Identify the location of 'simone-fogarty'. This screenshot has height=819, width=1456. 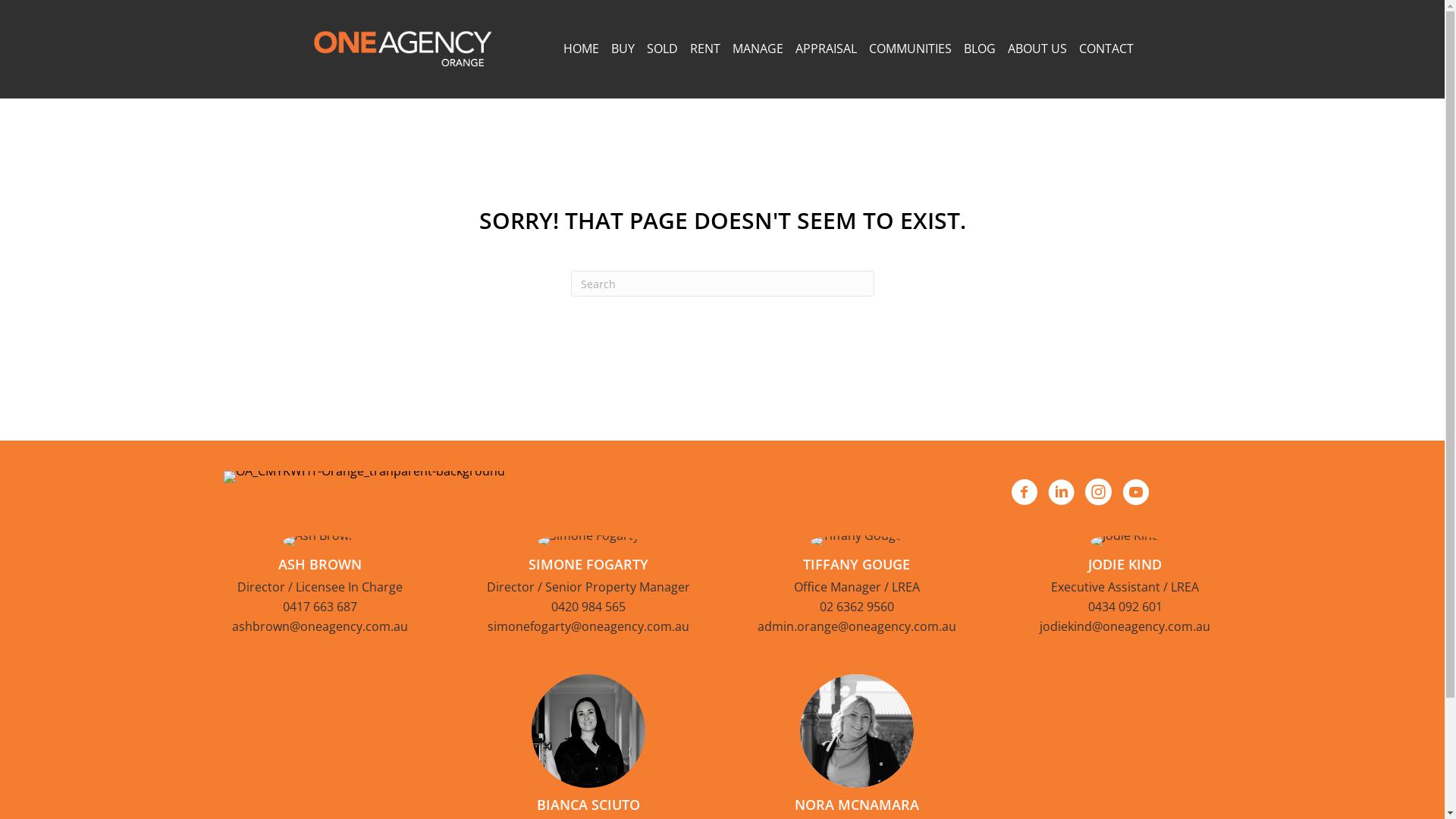
(586, 540).